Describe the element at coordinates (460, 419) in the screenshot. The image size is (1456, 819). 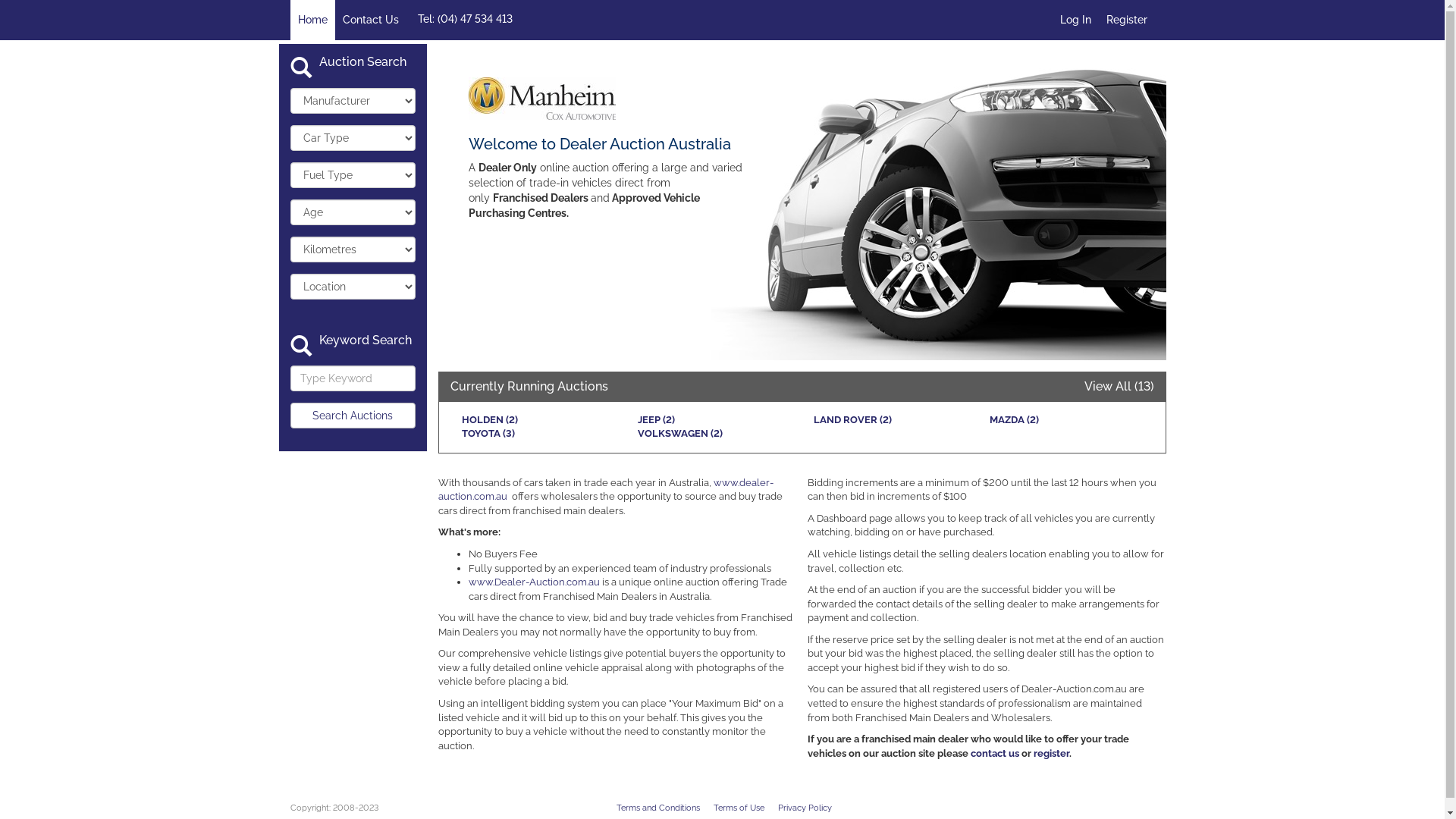
I see `'HOLDEN (2)'` at that location.